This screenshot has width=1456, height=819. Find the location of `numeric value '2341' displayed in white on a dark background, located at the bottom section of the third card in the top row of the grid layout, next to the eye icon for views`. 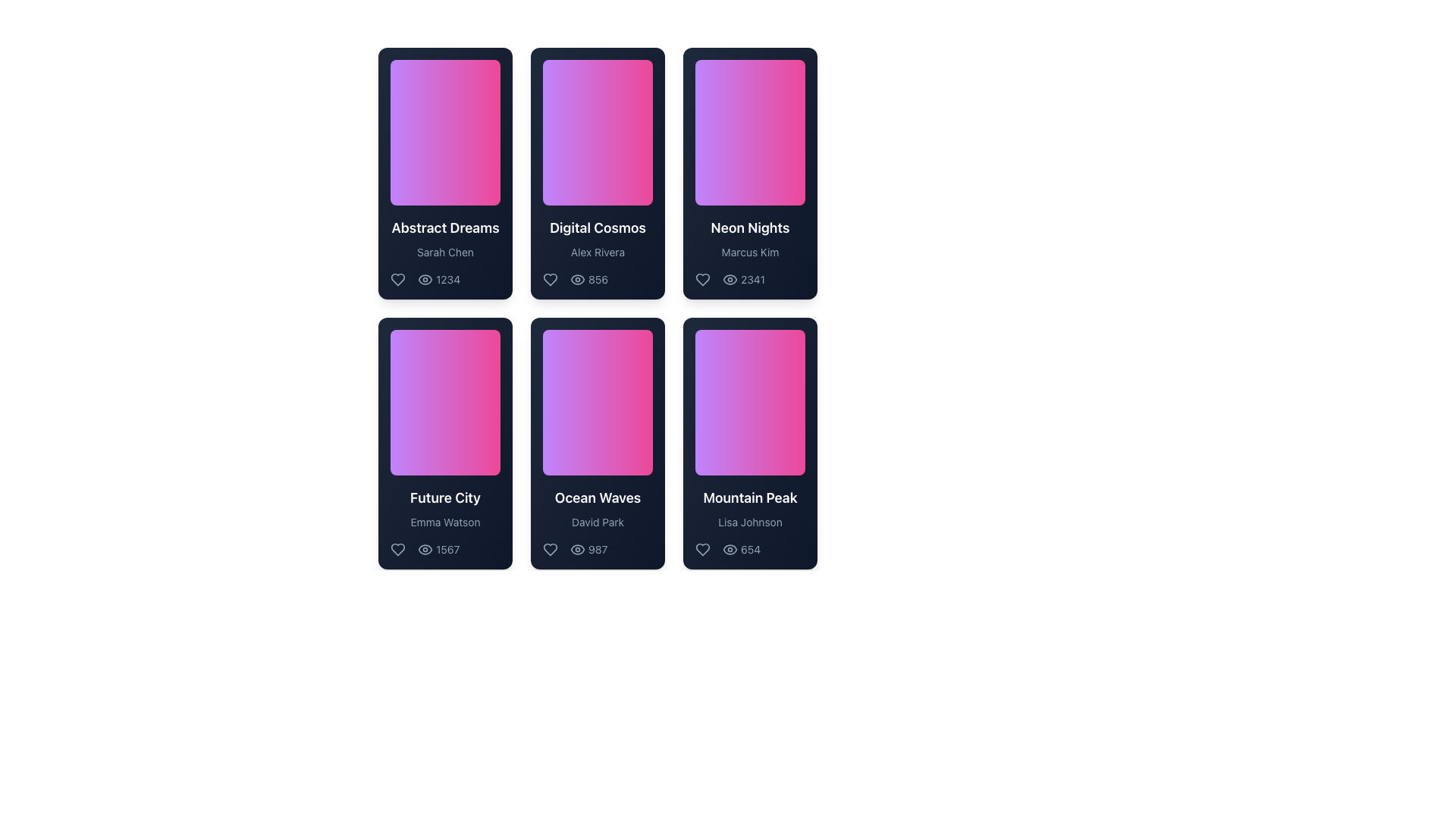

numeric value '2341' displayed in white on a dark background, located at the bottom section of the third card in the top row of the grid layout, next to the eye icon for views is located at coordinates (750, 280).